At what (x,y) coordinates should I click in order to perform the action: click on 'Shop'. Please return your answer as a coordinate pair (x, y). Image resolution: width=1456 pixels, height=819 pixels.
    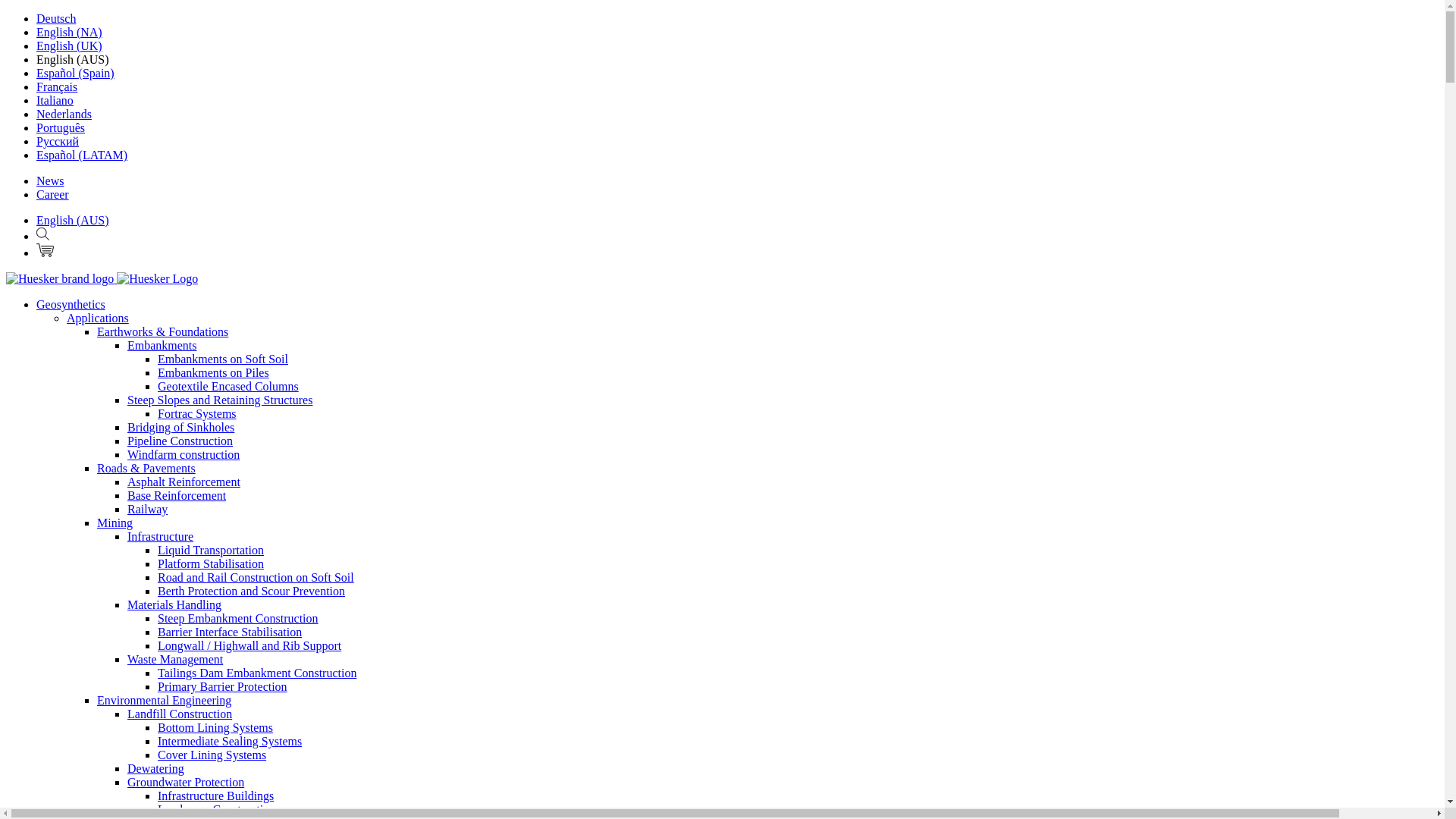
    Looking at the image, I should click on (45, 252).